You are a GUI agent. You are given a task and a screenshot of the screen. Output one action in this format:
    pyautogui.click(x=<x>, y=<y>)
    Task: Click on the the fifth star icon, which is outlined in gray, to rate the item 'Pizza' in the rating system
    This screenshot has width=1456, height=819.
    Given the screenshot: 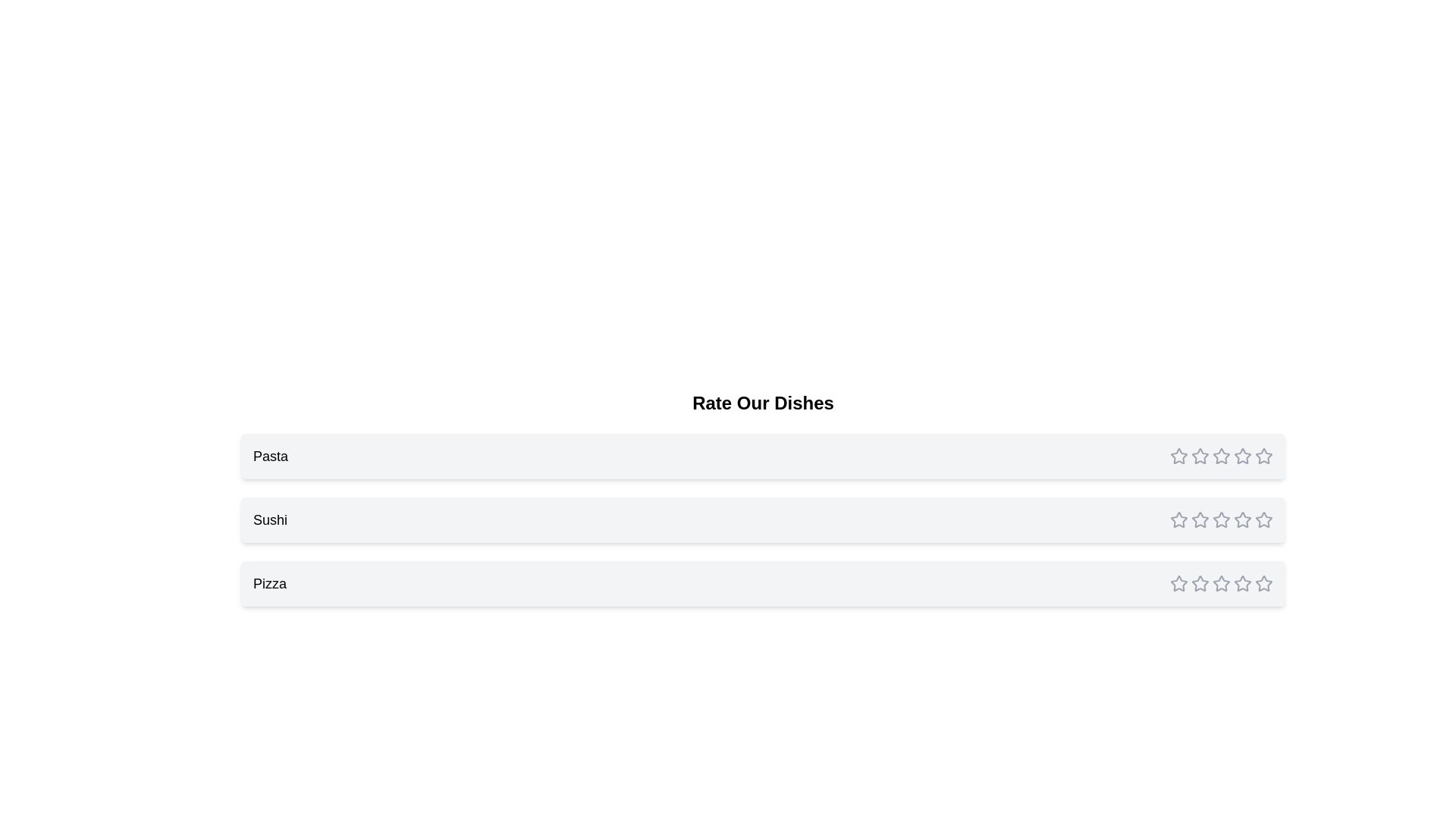 What is the action you would take?
    pyautogui.click(x=1242, y=583)
    